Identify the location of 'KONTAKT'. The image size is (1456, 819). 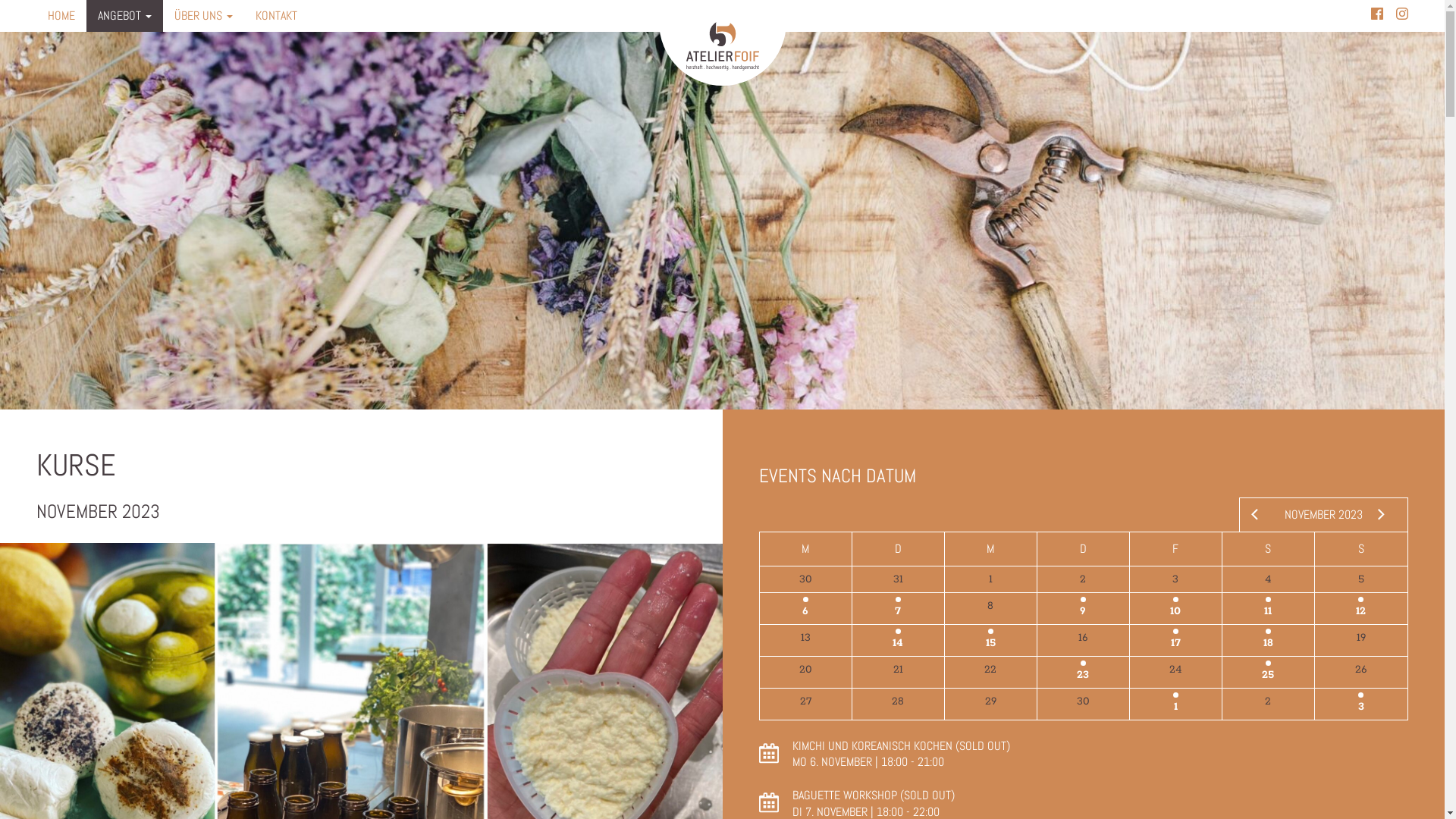
(243, 15).